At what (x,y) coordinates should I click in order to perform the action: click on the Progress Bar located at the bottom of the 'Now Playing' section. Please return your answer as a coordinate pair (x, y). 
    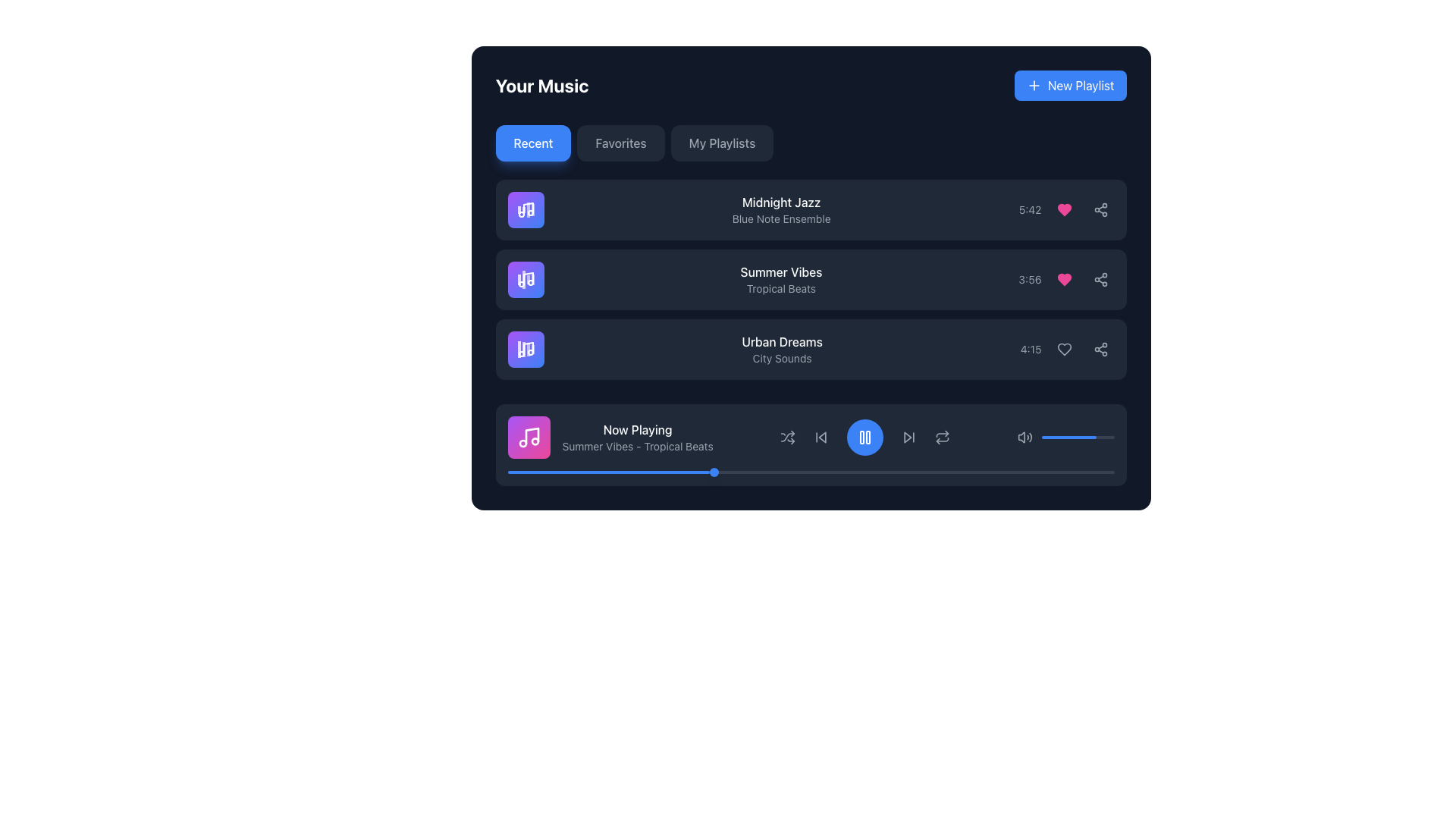
    Looking at the image, I should click on (810, 472).